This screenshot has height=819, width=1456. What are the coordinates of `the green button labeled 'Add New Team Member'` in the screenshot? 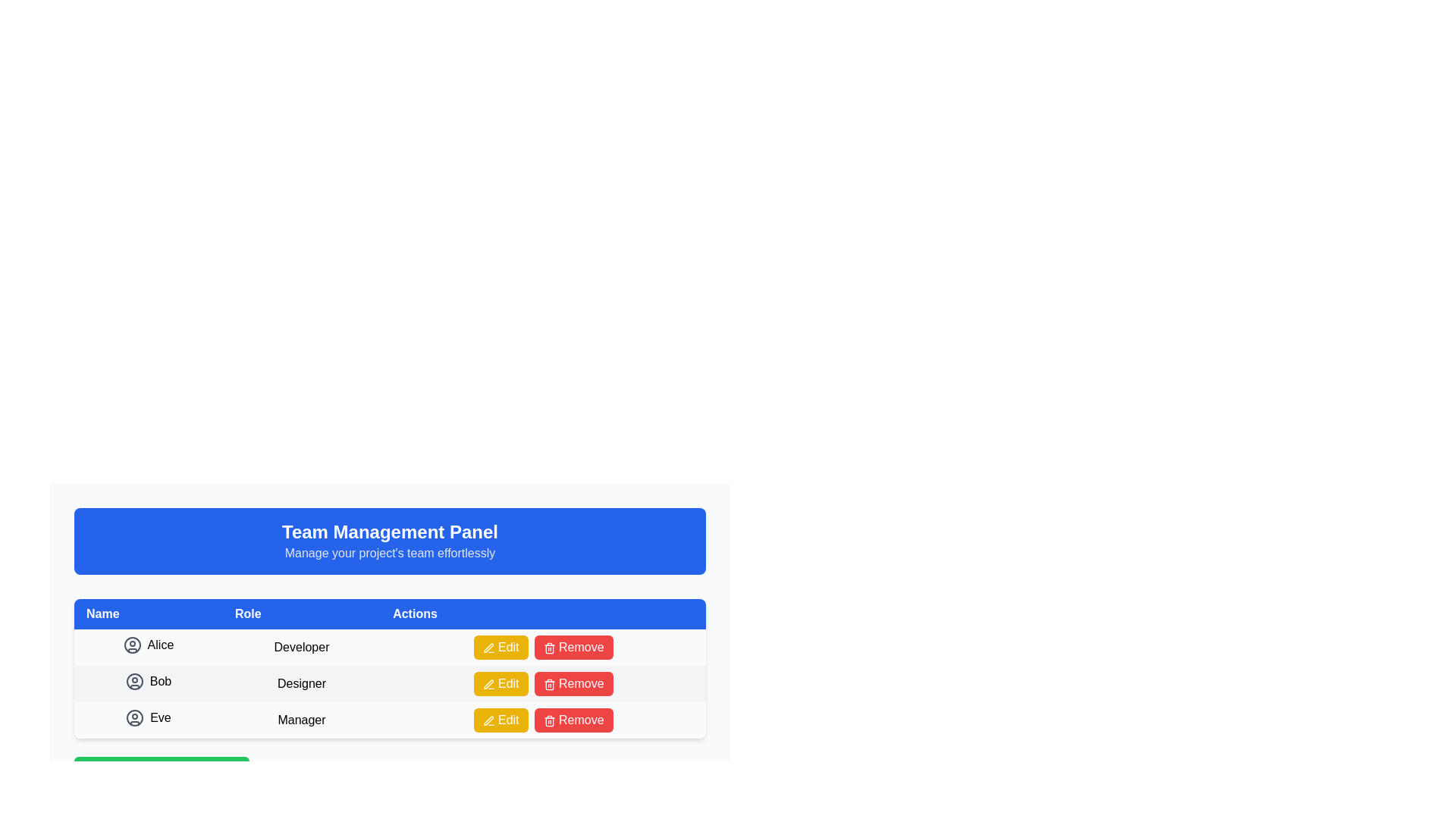 It's located at (162, 772).